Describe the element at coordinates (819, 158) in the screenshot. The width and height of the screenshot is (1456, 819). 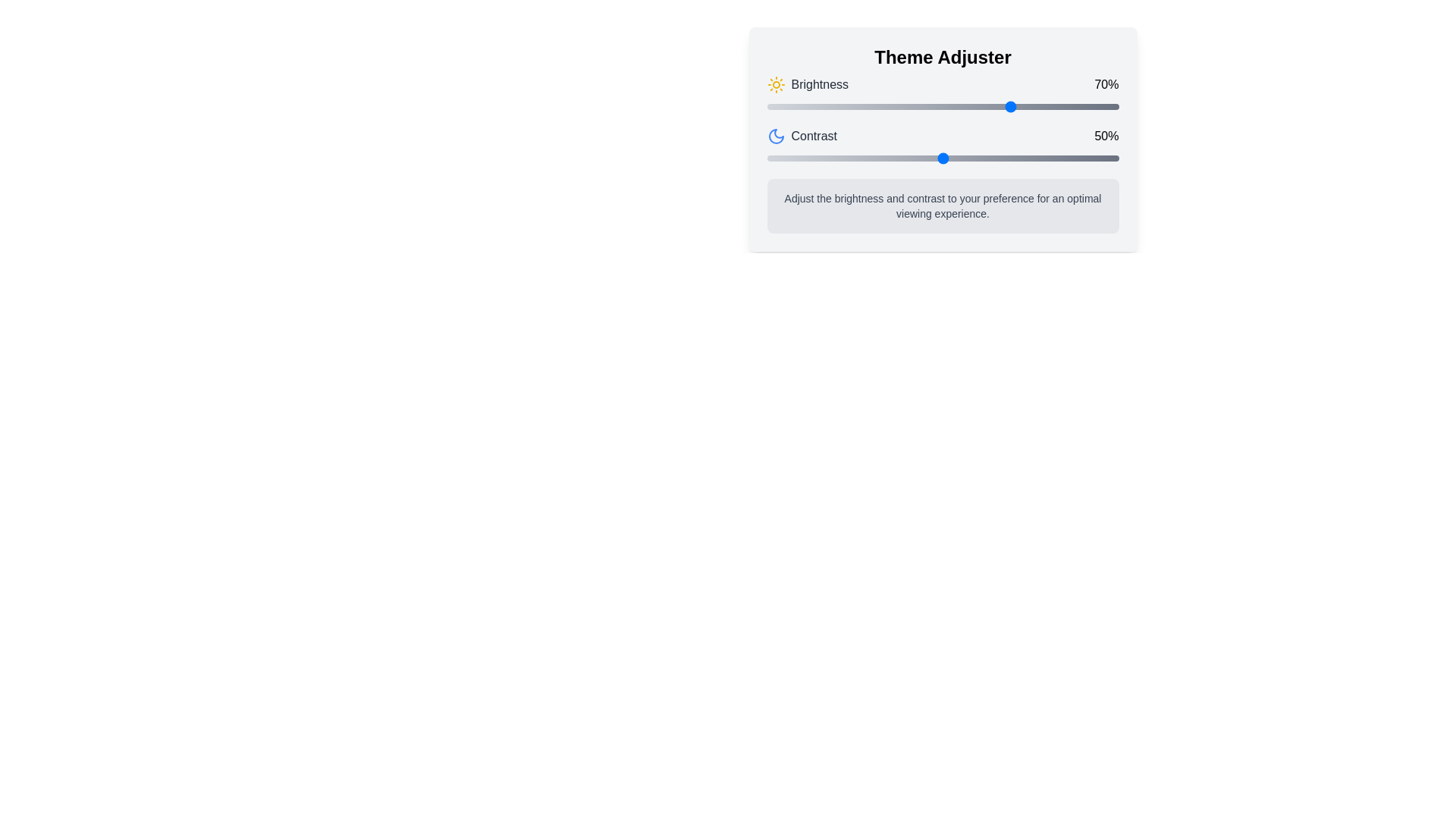
I see `the contrast level` at that location.